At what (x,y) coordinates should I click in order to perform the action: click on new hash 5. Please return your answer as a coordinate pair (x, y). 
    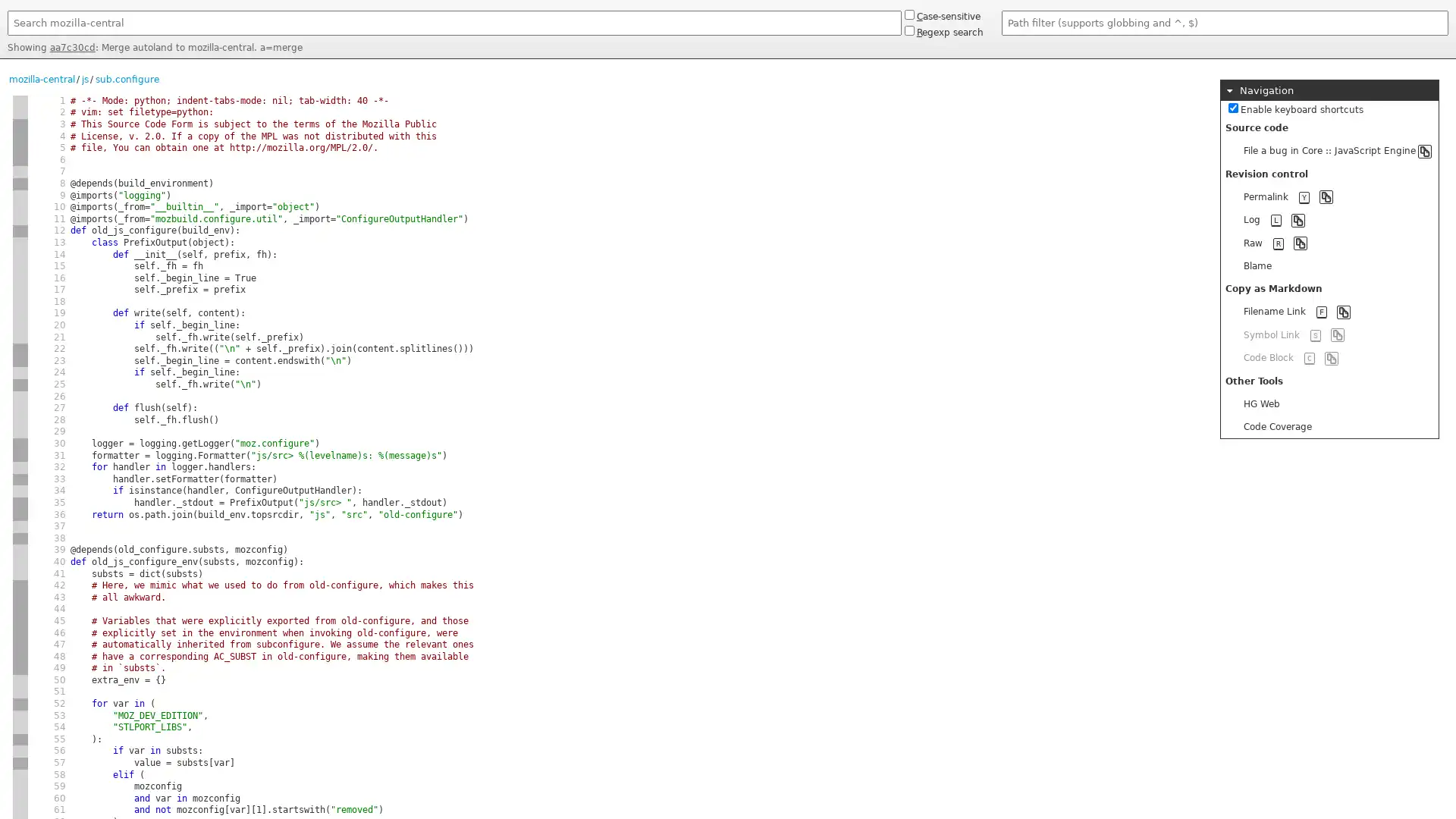
    Looking at the image, I should click on (20, 550).